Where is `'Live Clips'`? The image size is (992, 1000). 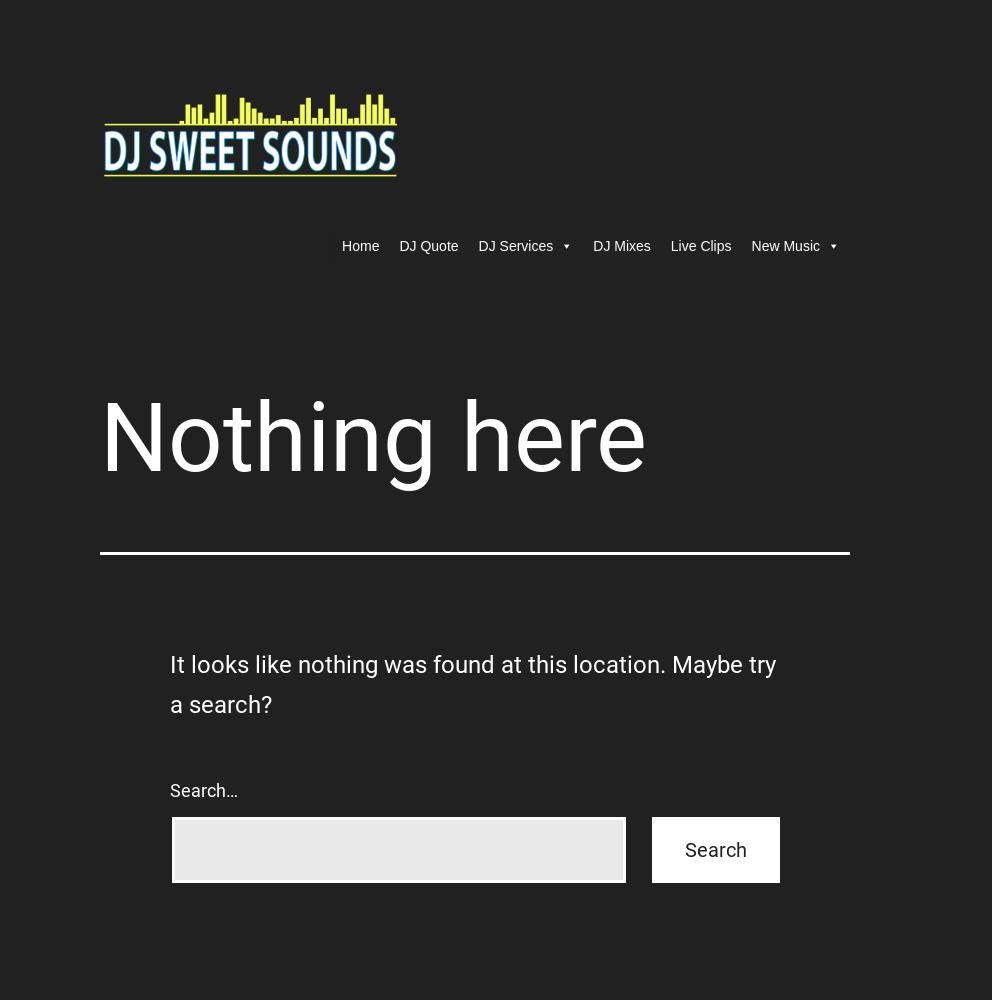 'Live Clips' is located at coordinates (699, 245).